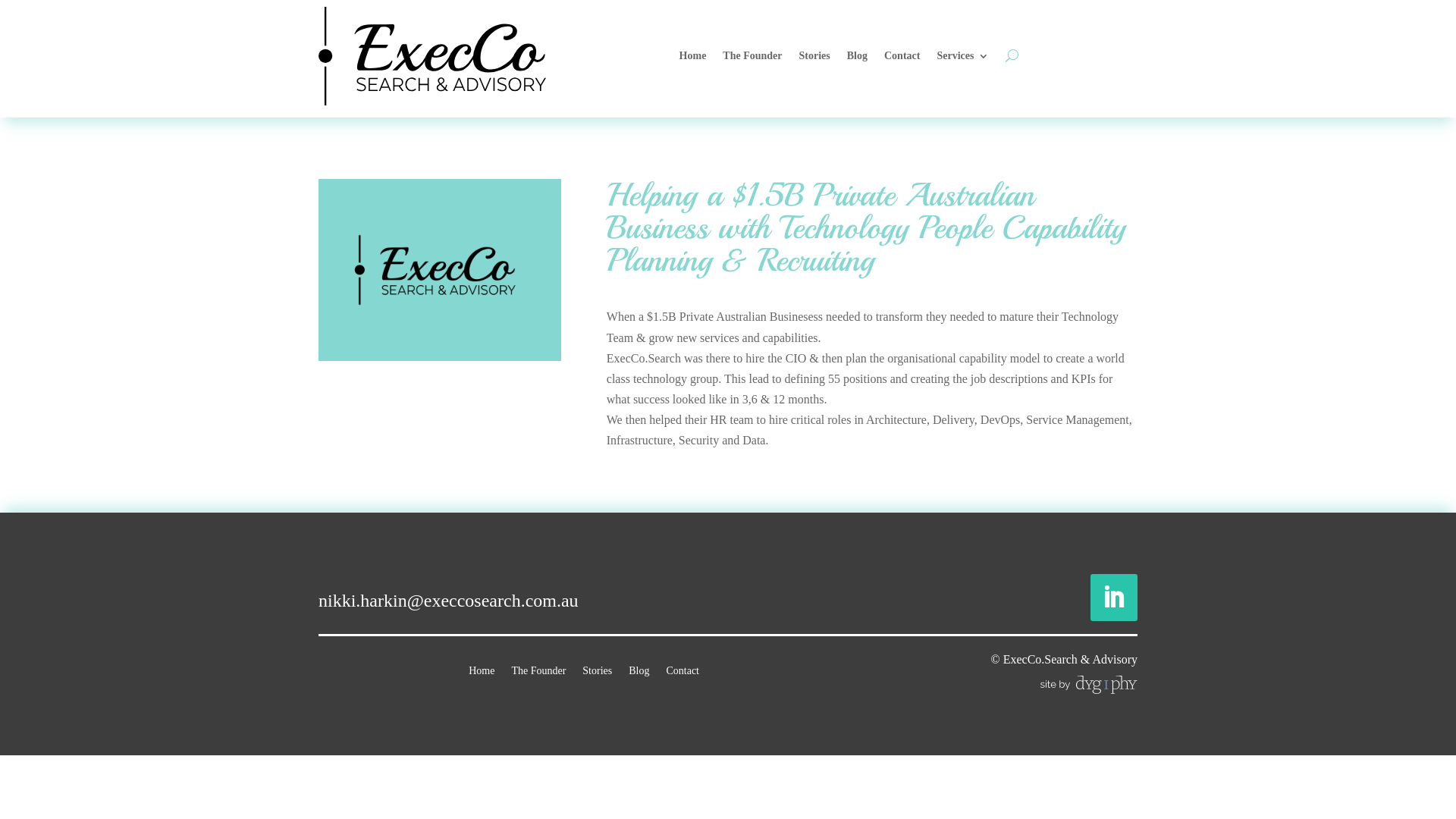 The height and width of the screenshot is (819, 1456). What do you see at coordinates (962, 55) in the screenshot?
I see `'Services'` at bounding box center [962, 55].